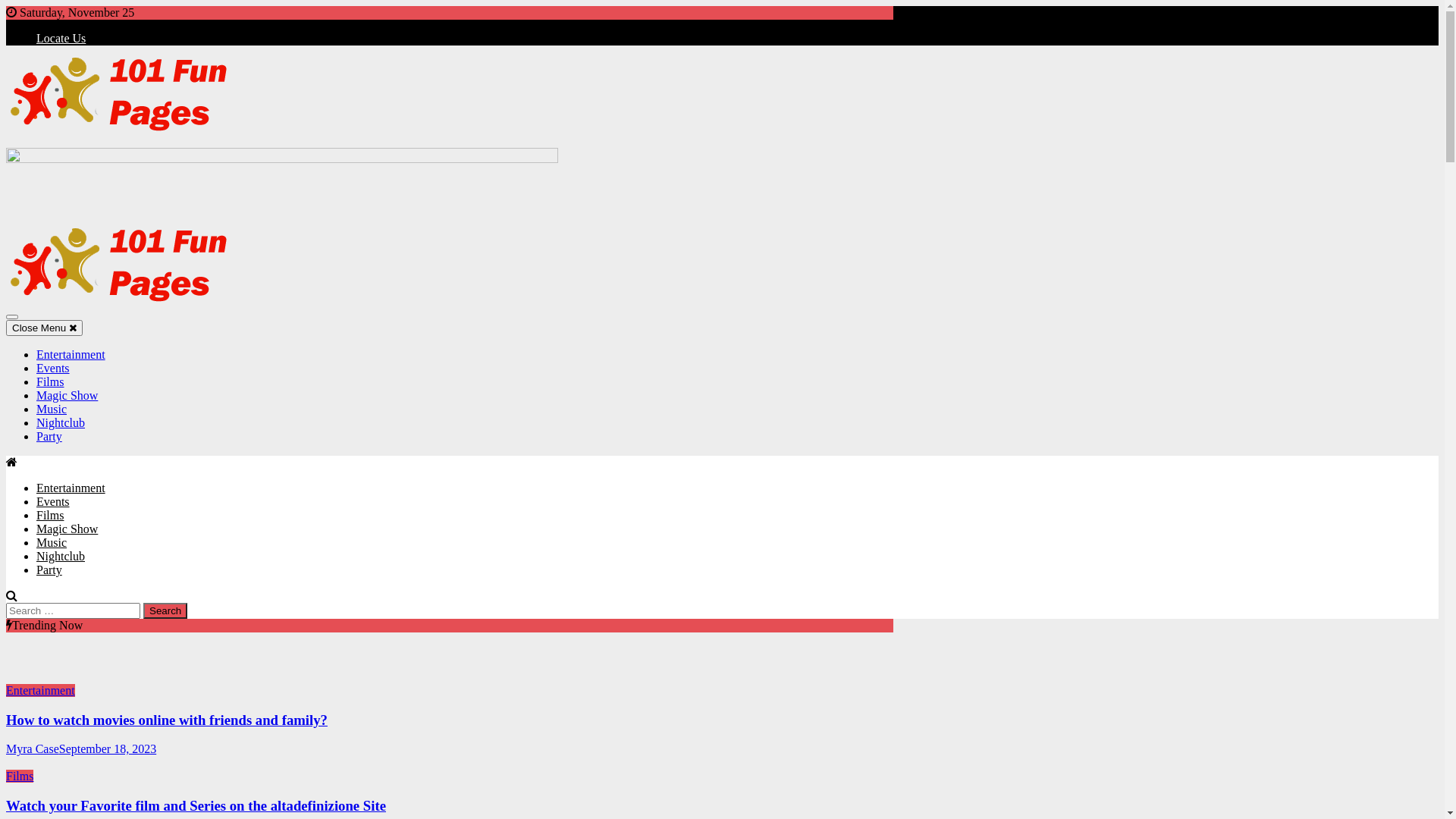 The image size is (1456, 819). I want to click on 'Magic Show', so click(66, 394).